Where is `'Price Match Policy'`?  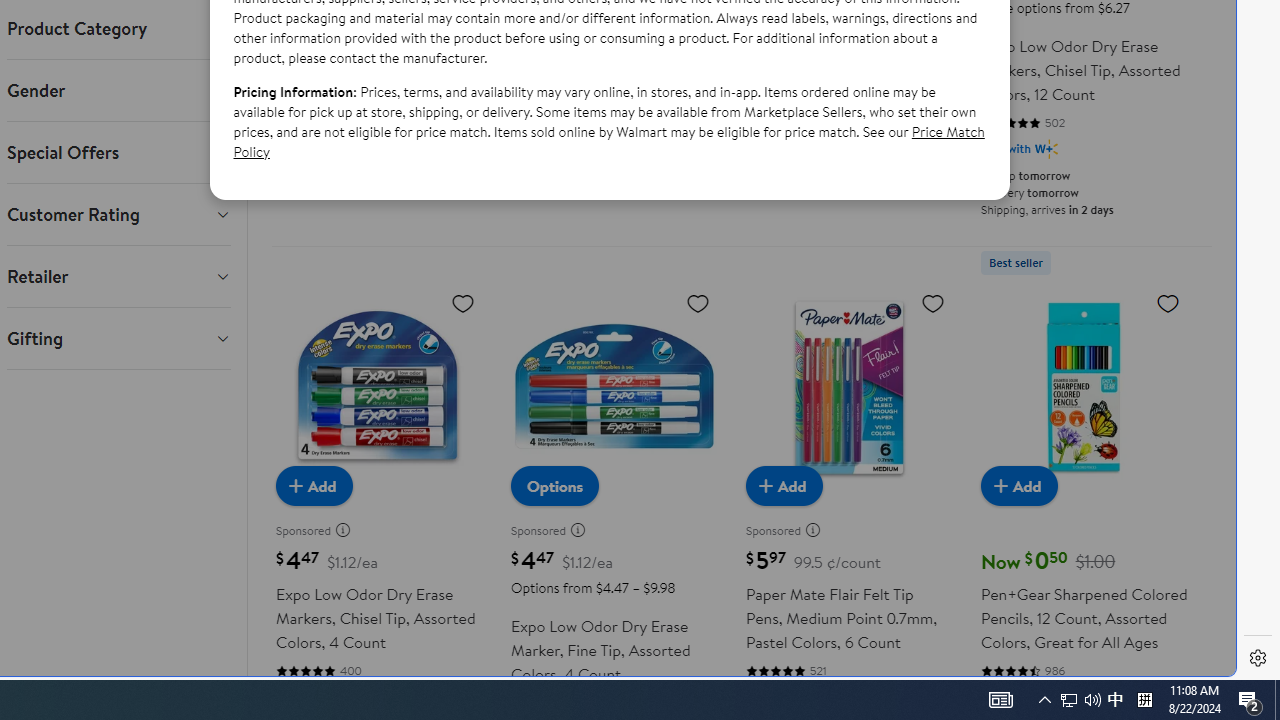
'Price Match Policy' is located at coordinates (608, 140).